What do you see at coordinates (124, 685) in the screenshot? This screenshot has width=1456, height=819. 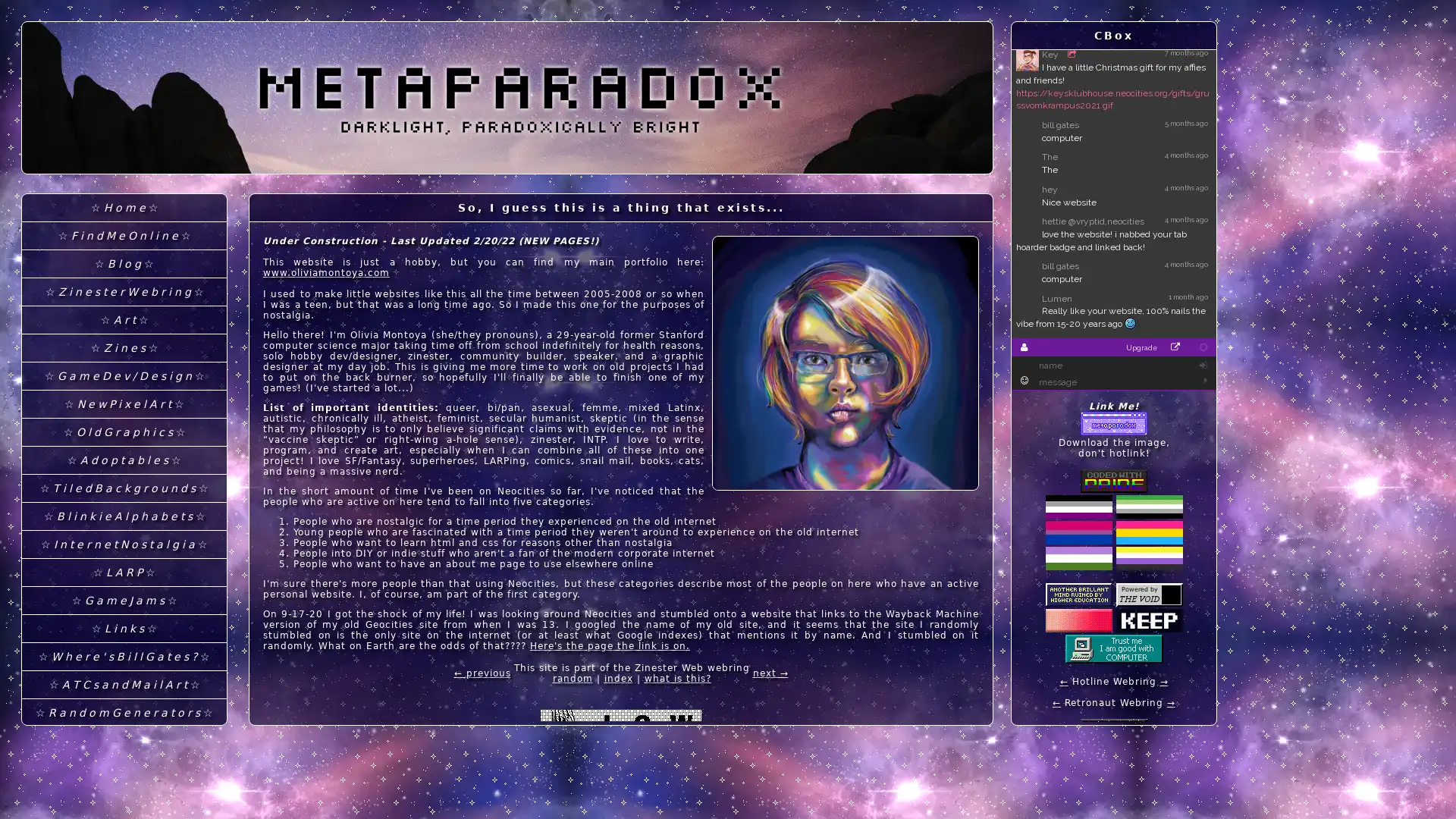 I see `A T C s a n d M a i l A r t` at bounding box center [124, 685].